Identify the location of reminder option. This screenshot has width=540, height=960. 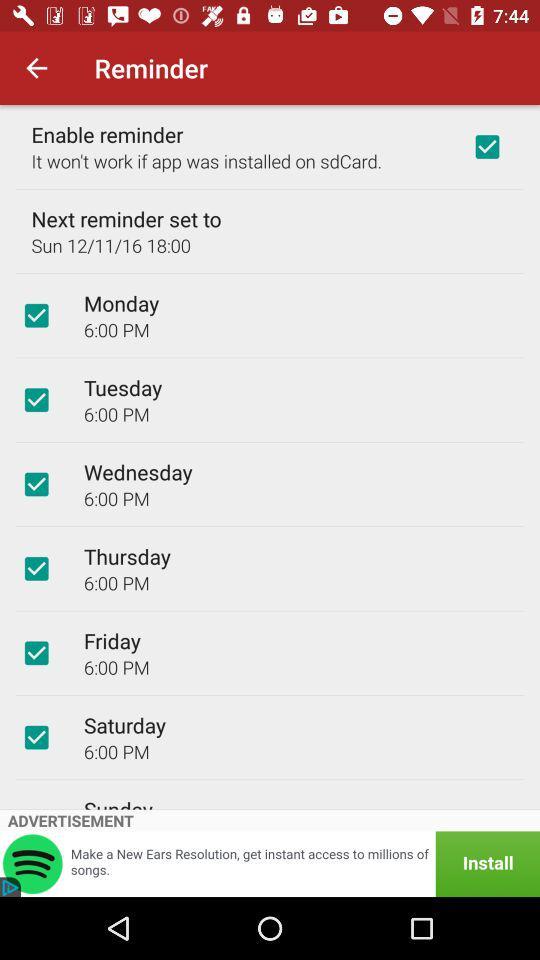
(36, 483).